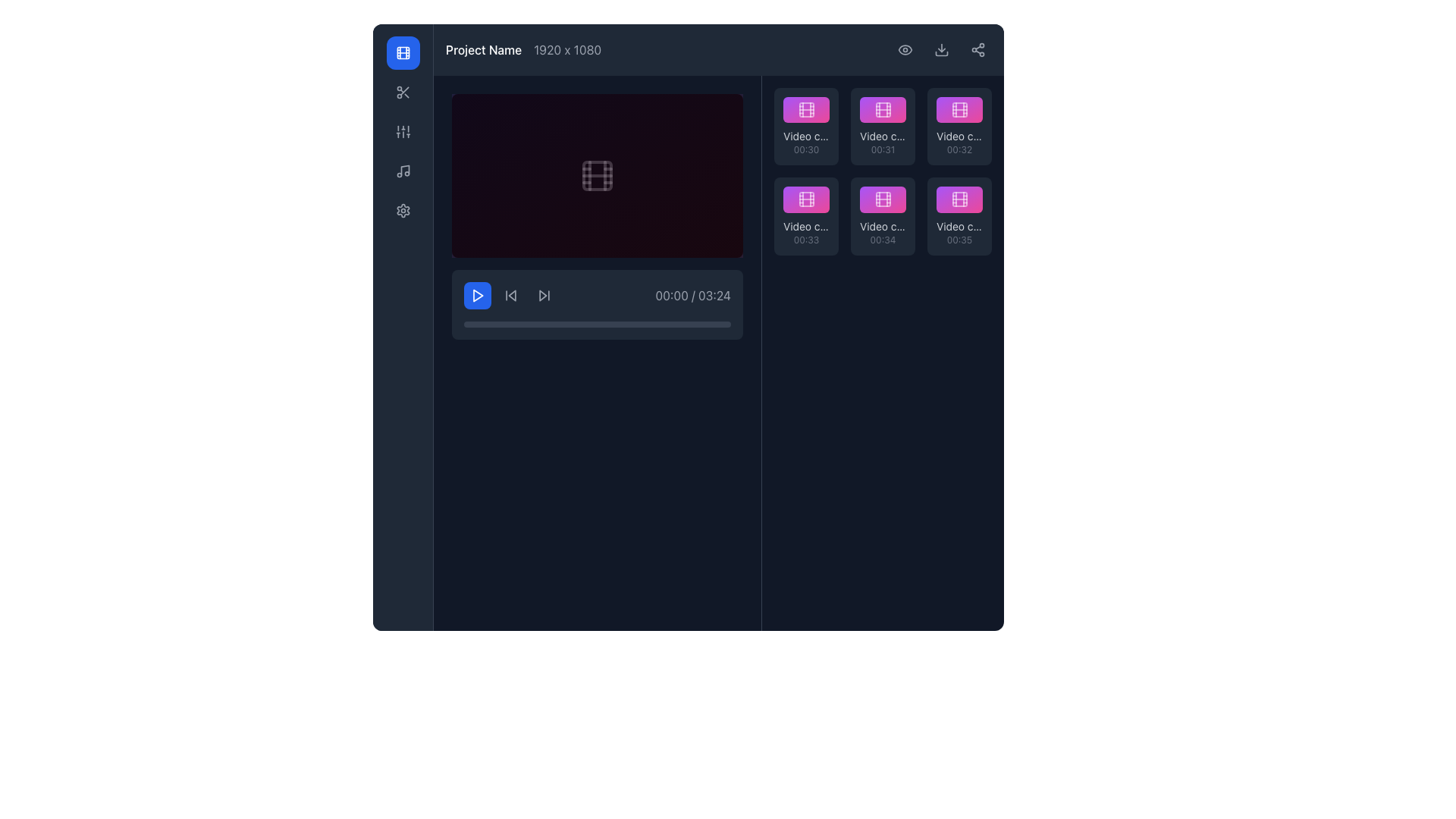 This screenshot has height=819, width=1456. What do you see at coordinates (883, 199) in the screenshot?
I see `the appearance of the inner rectangle of the icon located on the right-hand side of the interface` at bounding box center [883, 199].